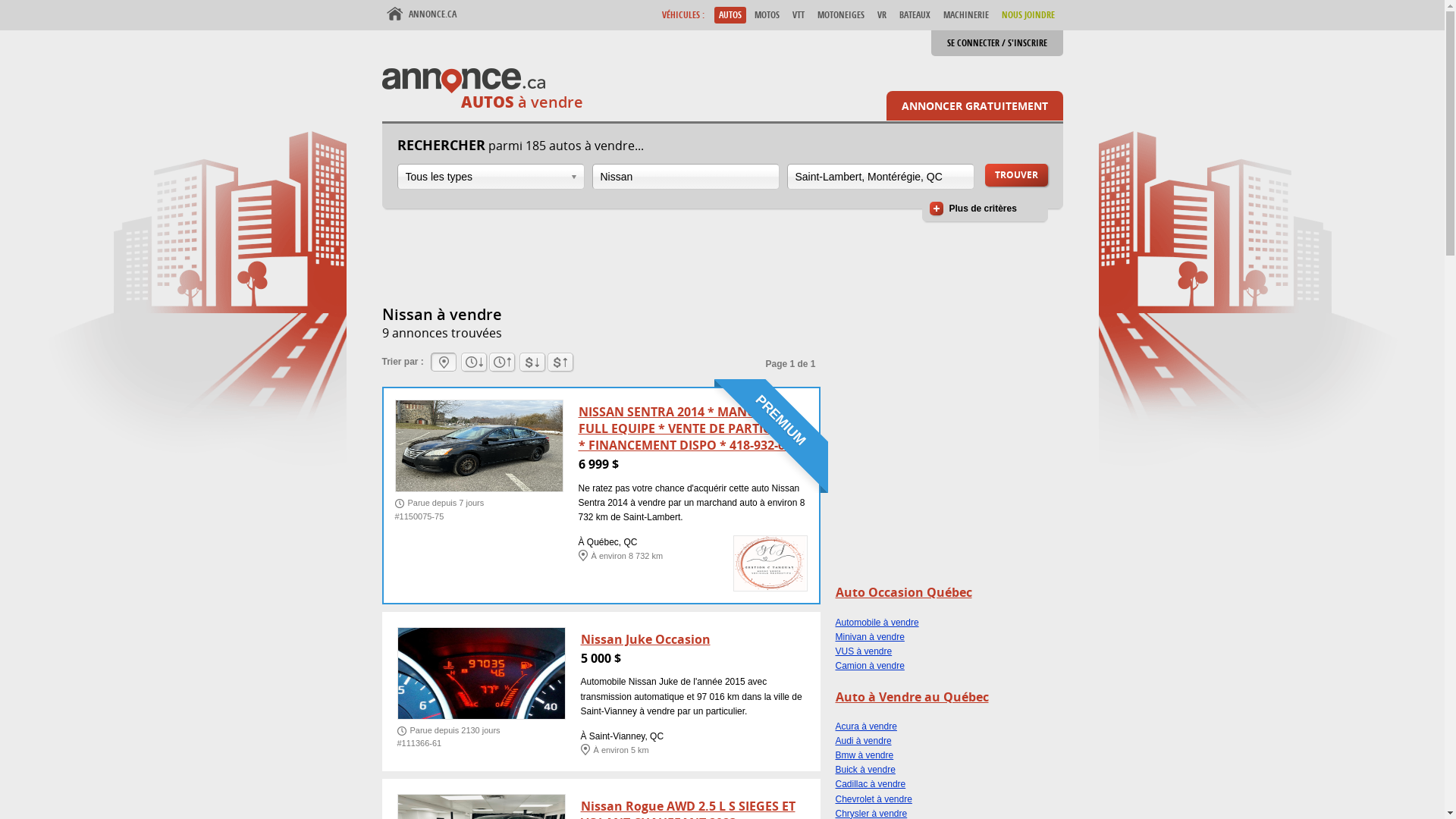  Describe the element at coordinates (796, 14) in the screenshot. I see `'VTT'` at that location.